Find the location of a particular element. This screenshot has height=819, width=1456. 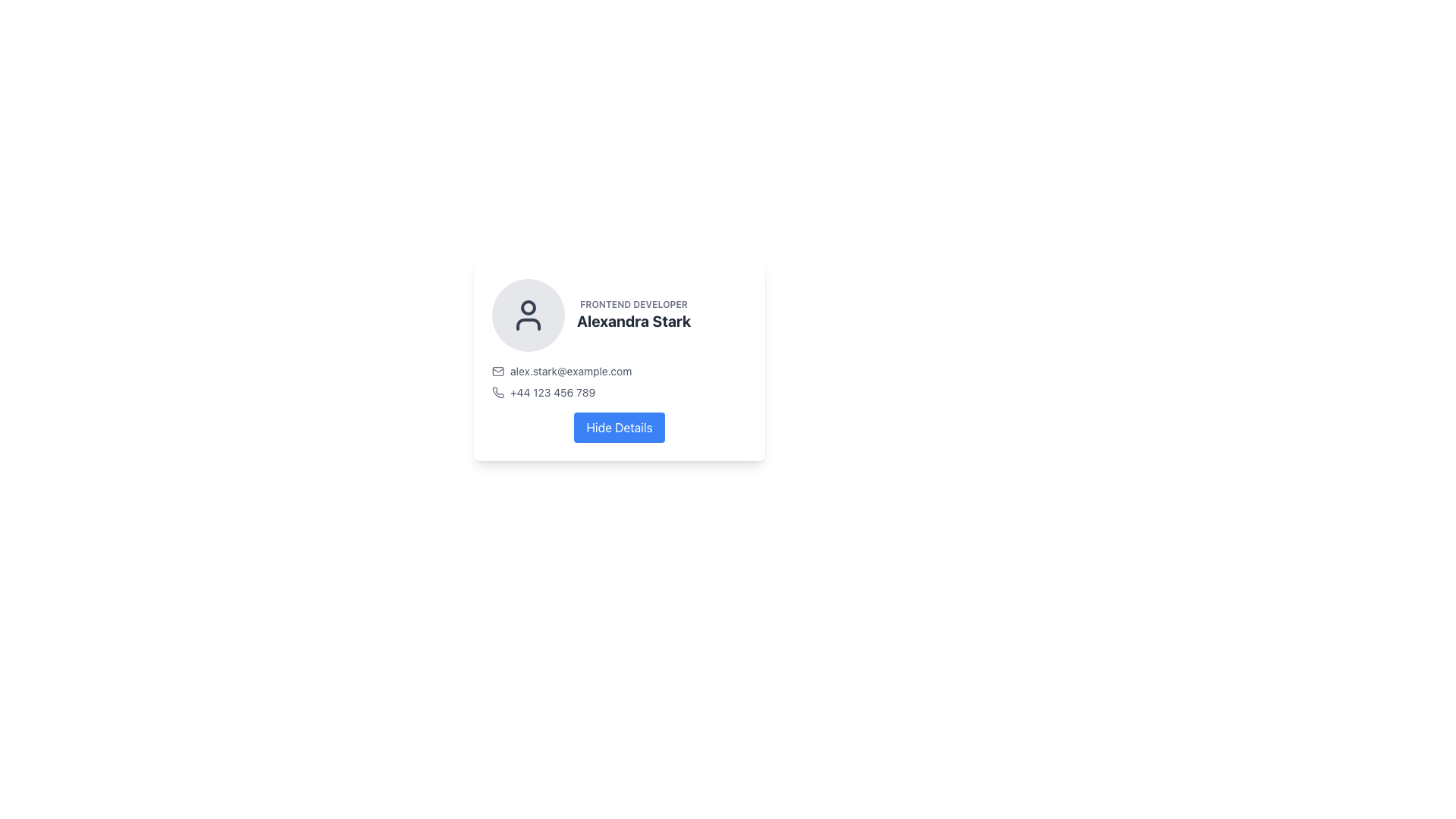

the 'Hide Details' button located at the bottom center of the card layout, which has a blue background and white text is located at coordinates (619, 427).